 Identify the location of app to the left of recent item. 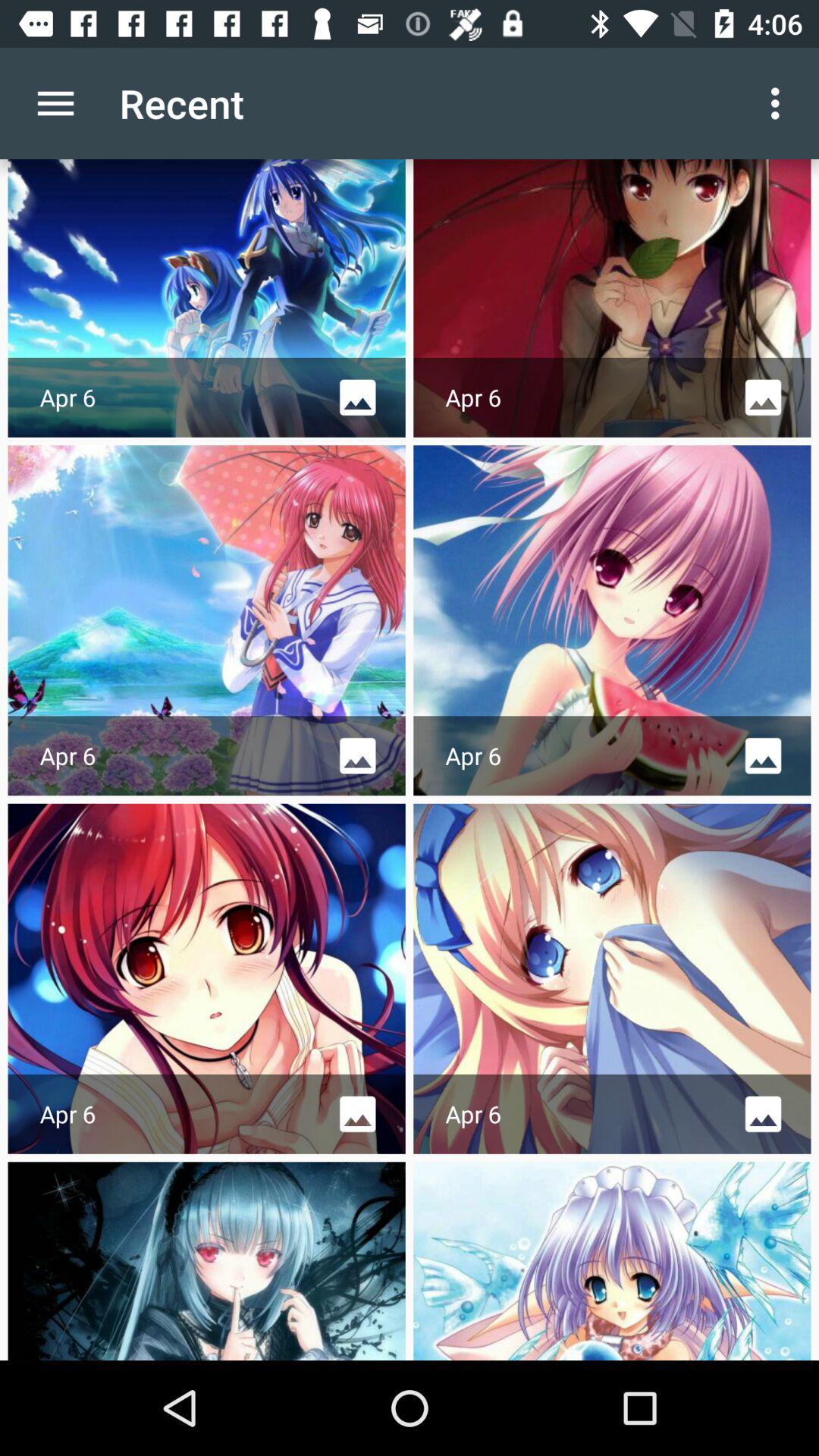
(55, 102).